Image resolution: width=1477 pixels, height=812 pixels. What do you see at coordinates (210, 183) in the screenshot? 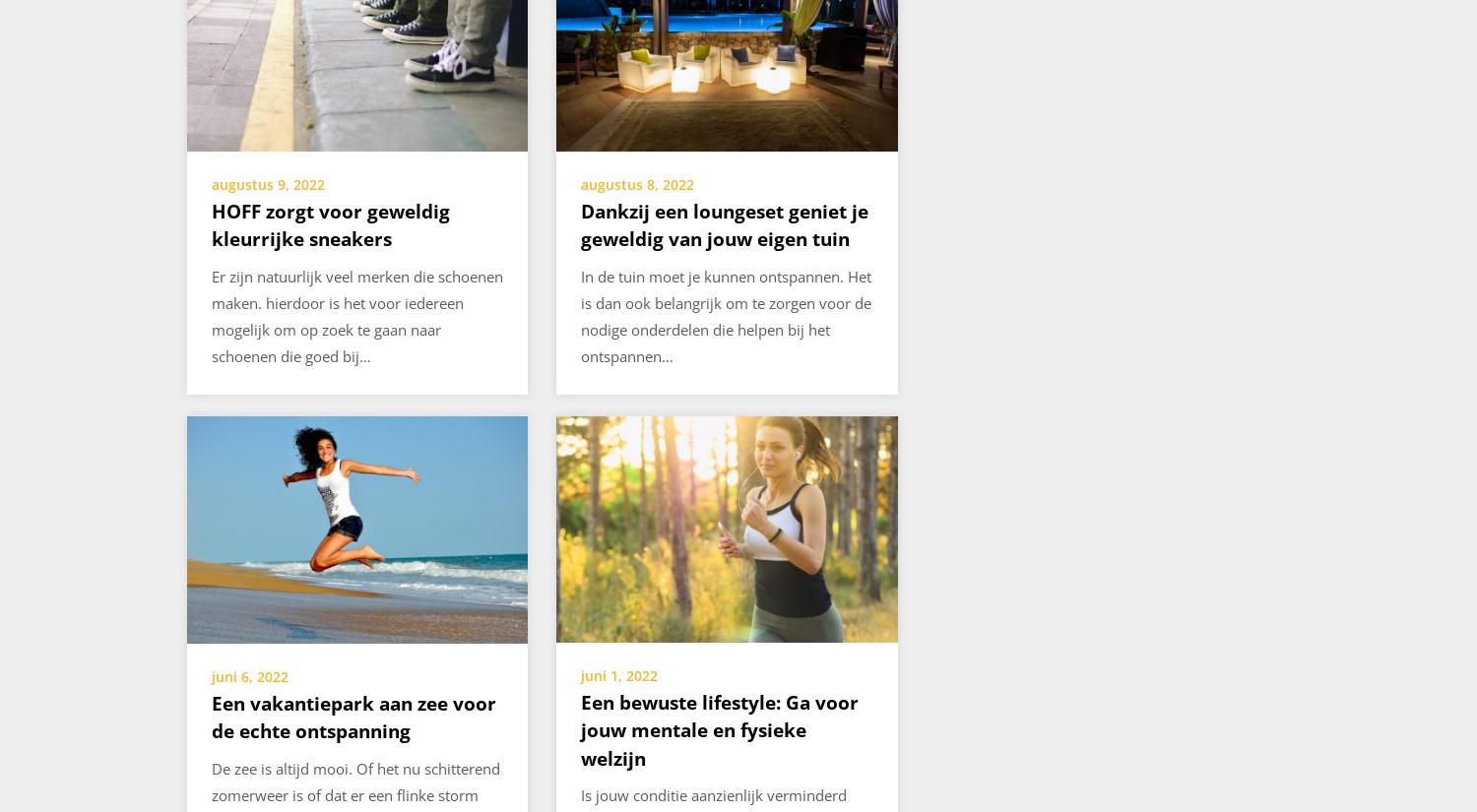
I see `'augustus 9, 2022'` at bounding box center [210, 183].